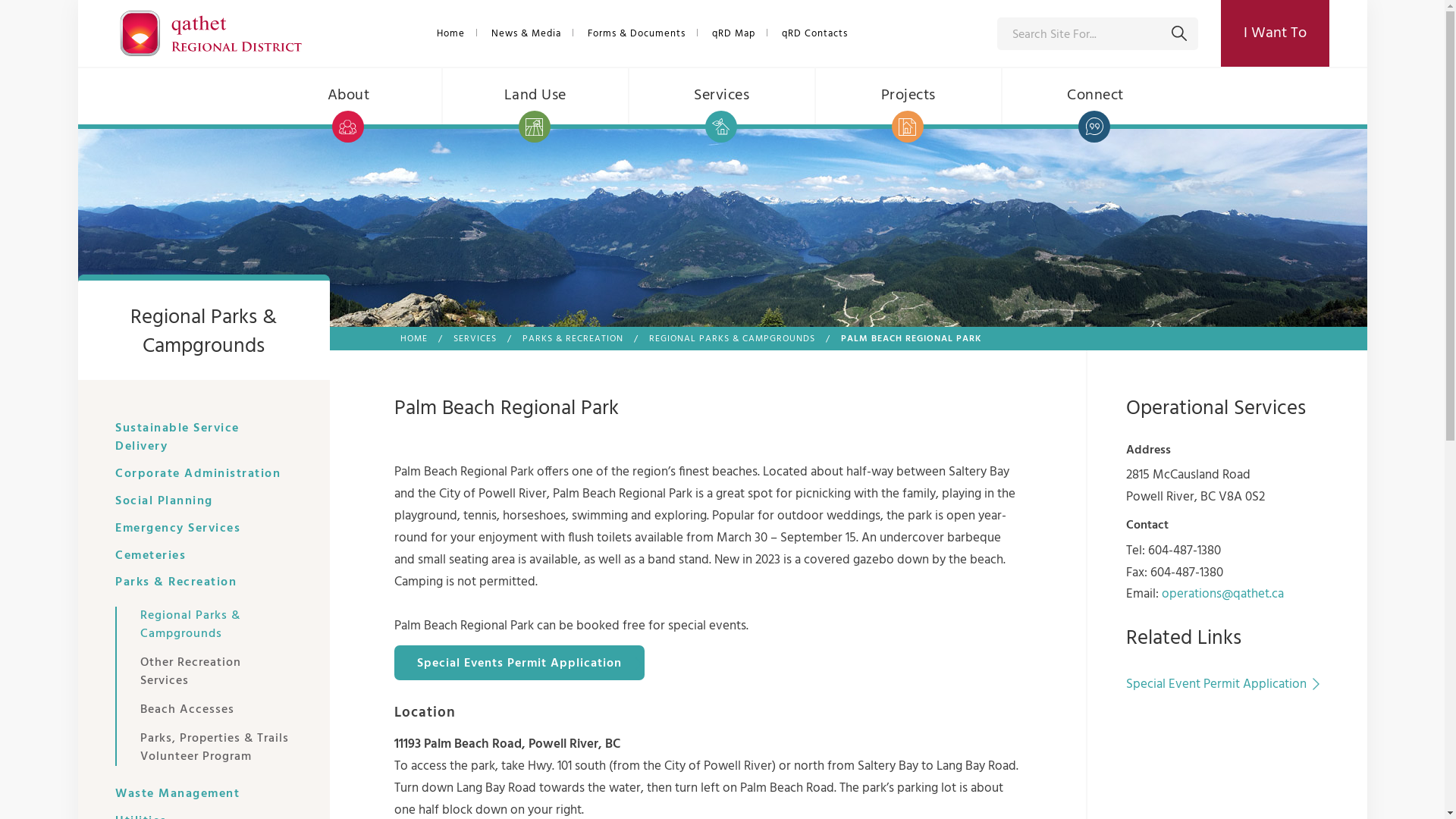  Describe the element at coordinates (215, 627) in the screenshot. I see `'Regional Parks & Campgrounds'` at that location.